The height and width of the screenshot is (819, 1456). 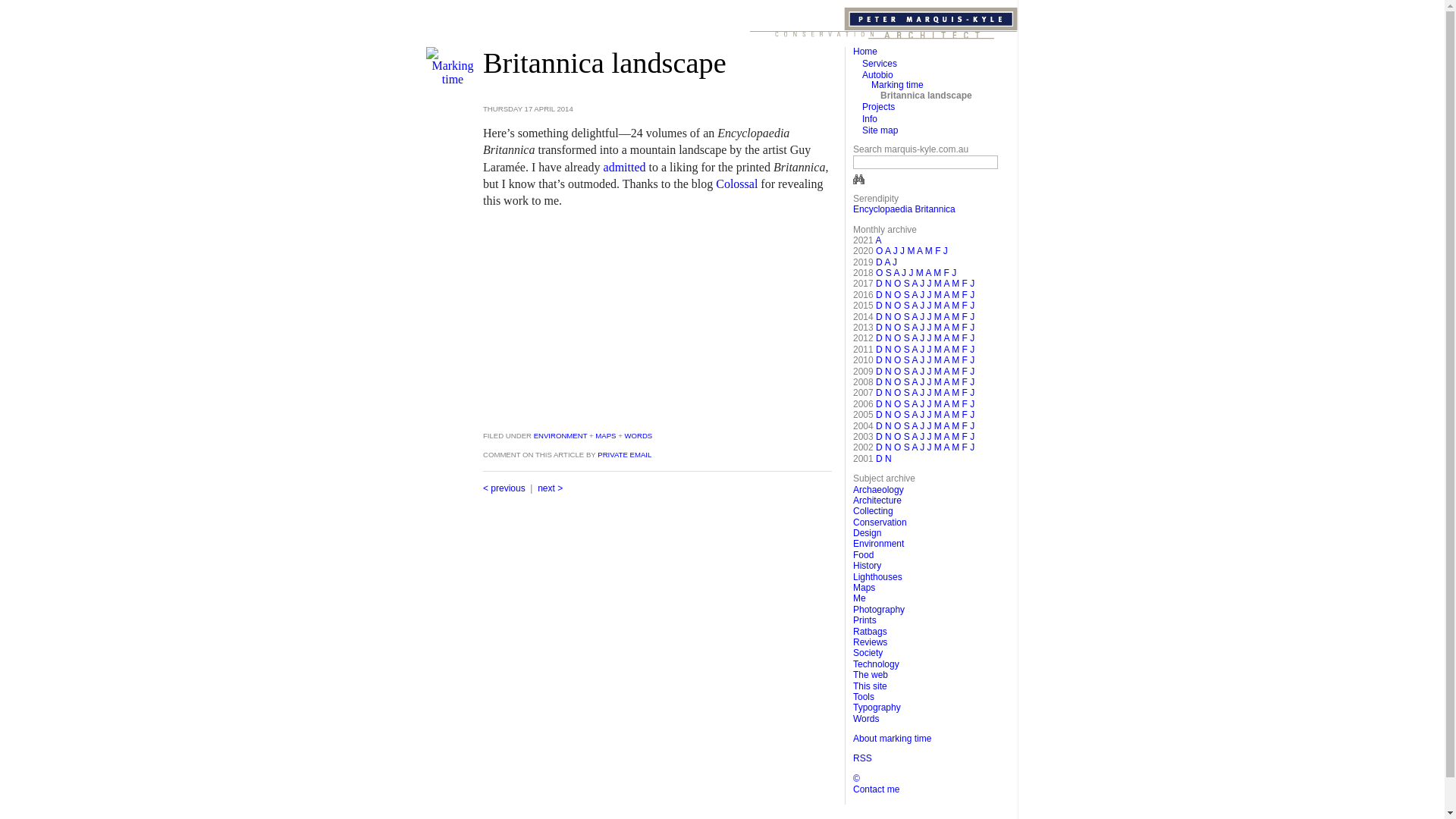 I want to click on 'This site', so click(x=870, y=686).